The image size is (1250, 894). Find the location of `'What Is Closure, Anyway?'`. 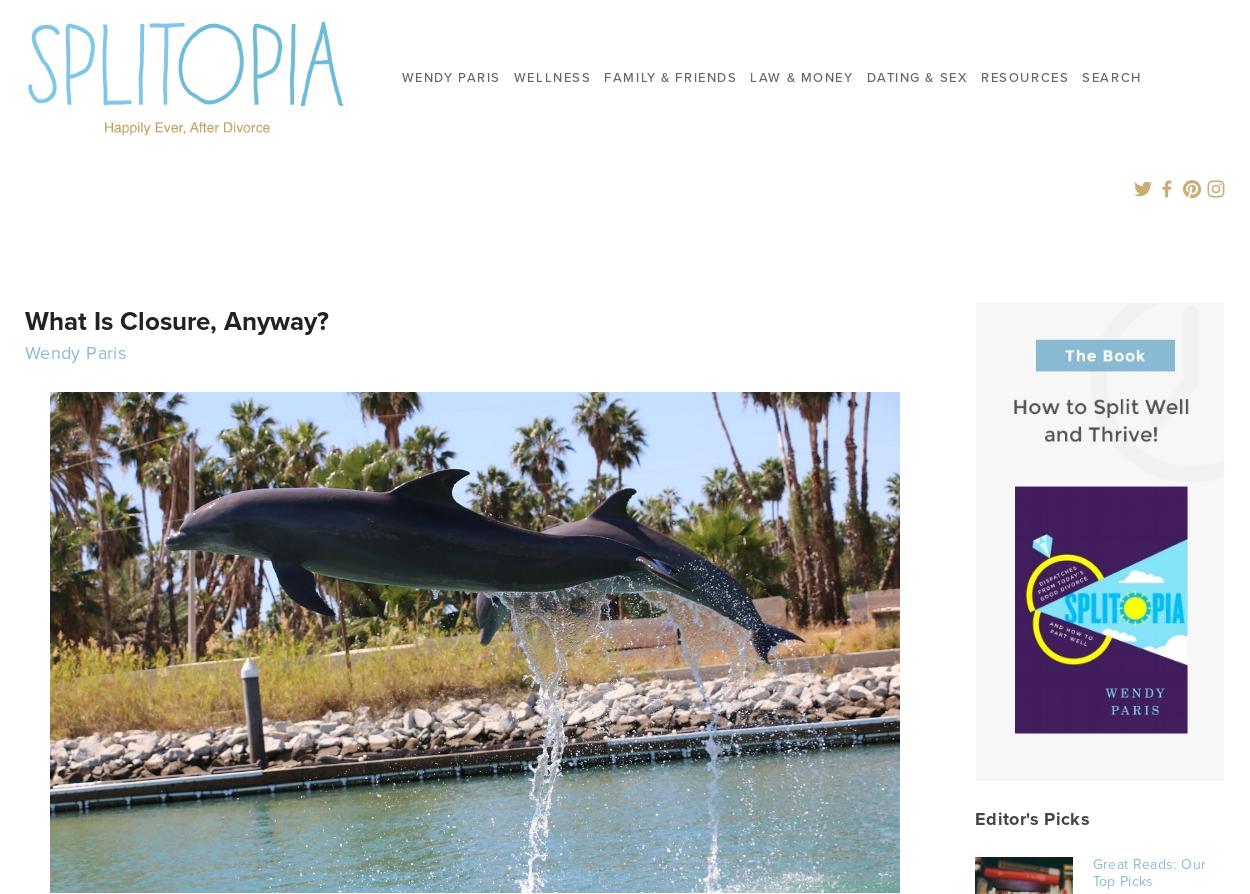

'What Is Closure, Anyway?' is located at coordinates (177, 320).